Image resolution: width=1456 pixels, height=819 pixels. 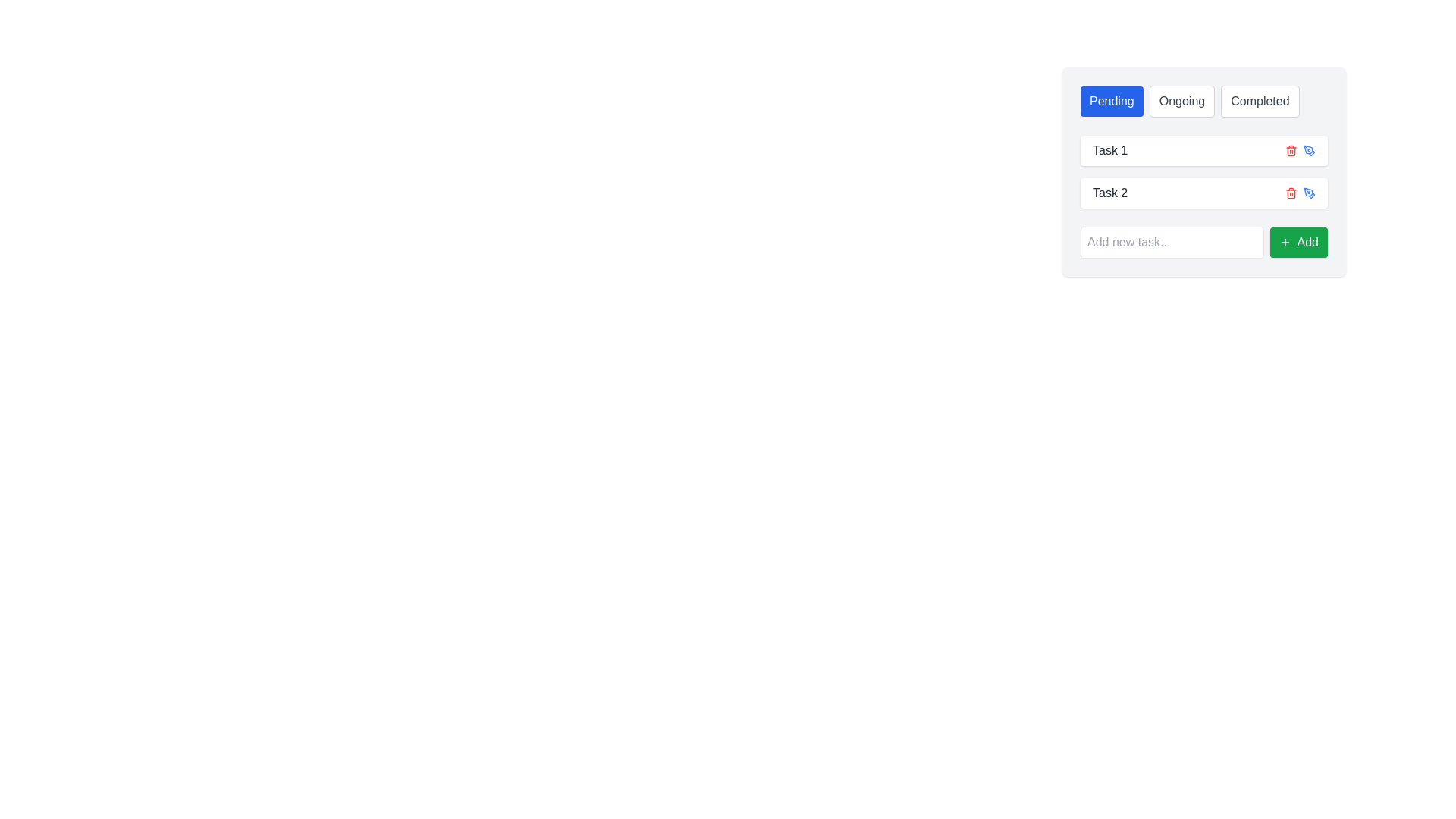 I want to click on the delete button located to the right of the second task in the task list, adjacent to a blue icon, so click(x=1291, y=192).